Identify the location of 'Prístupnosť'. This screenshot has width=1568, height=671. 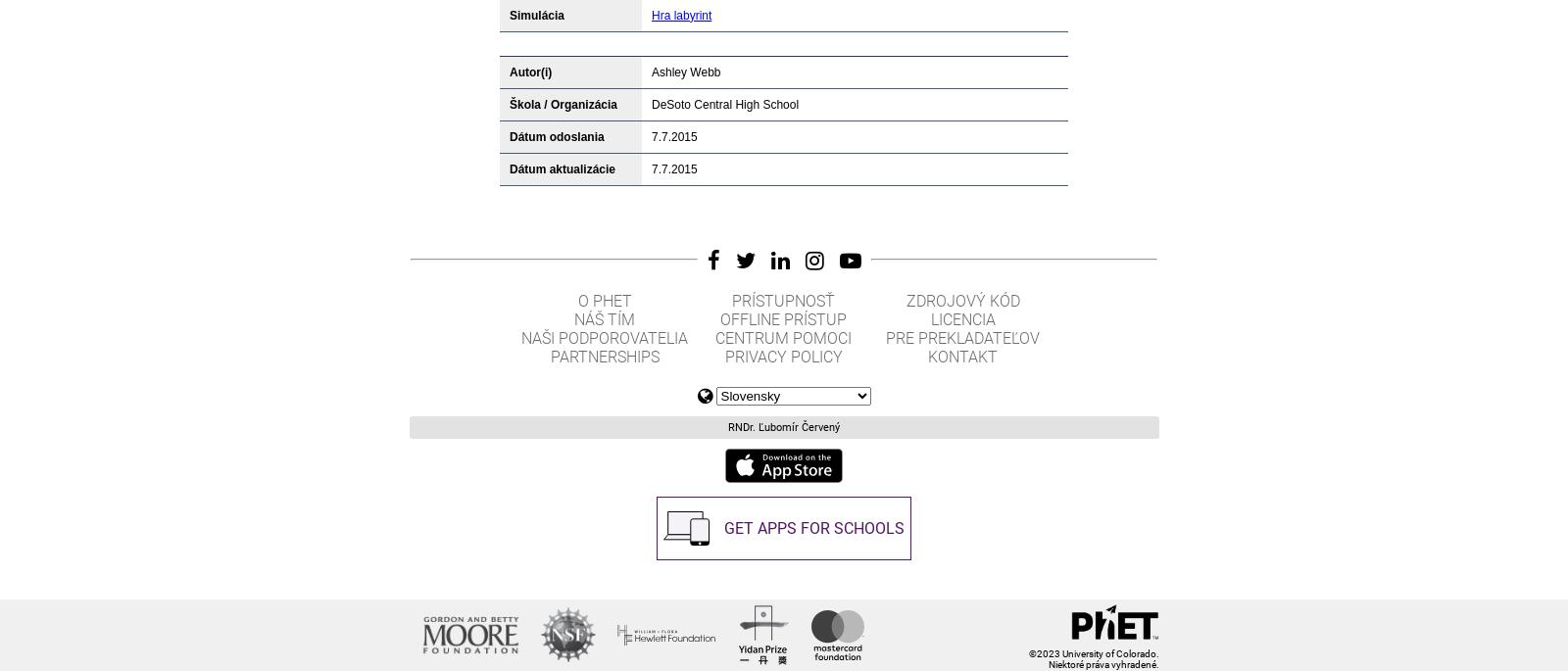
(783, 300).